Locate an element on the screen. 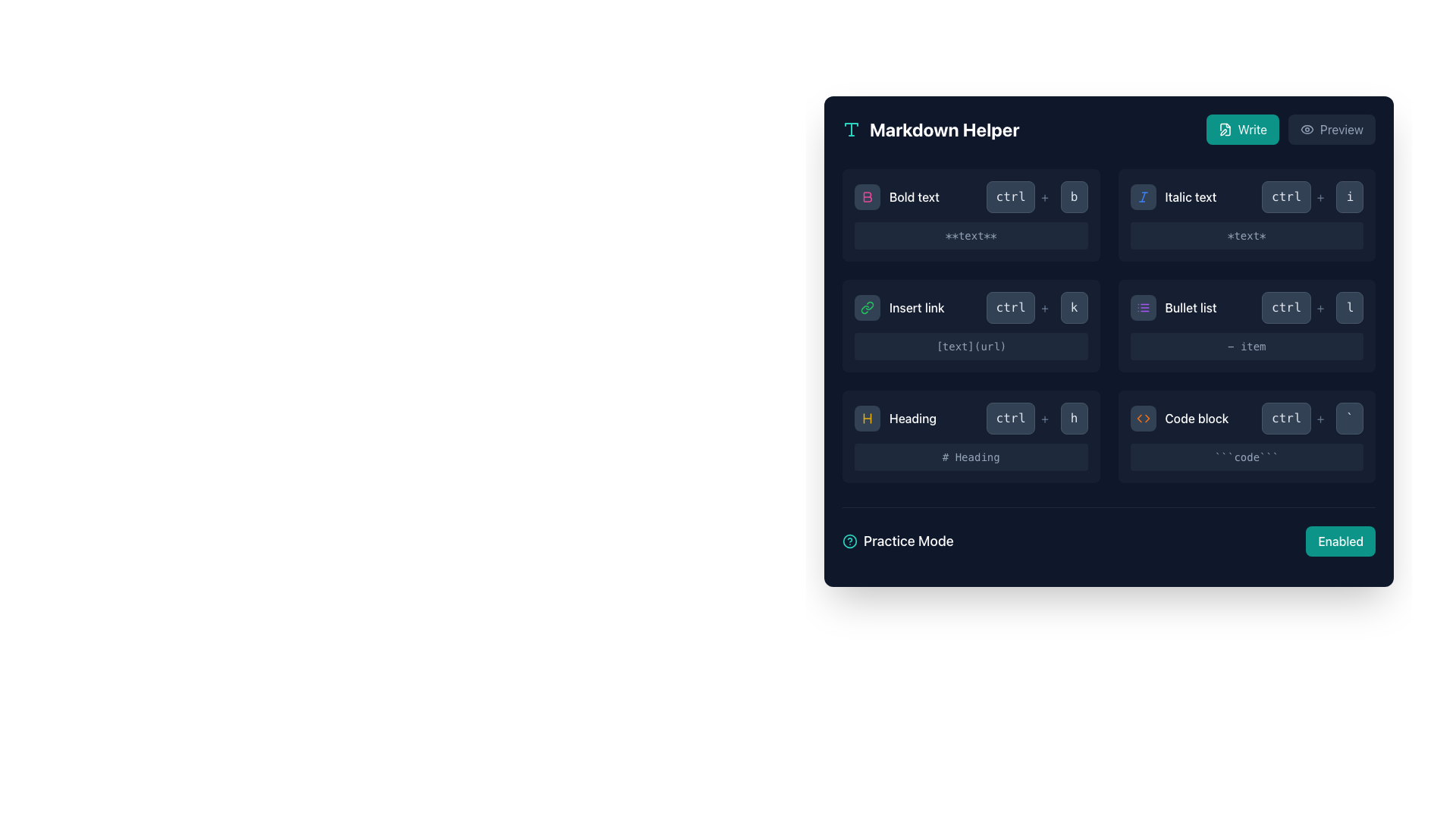 The height and width of the screenshot is (819, 1456). the Shortcut hint display in the lower-right corner of the 'Code block' section that shows the keyboard shortcut 'ctrl+`' is located at coordinates (1312, 418).